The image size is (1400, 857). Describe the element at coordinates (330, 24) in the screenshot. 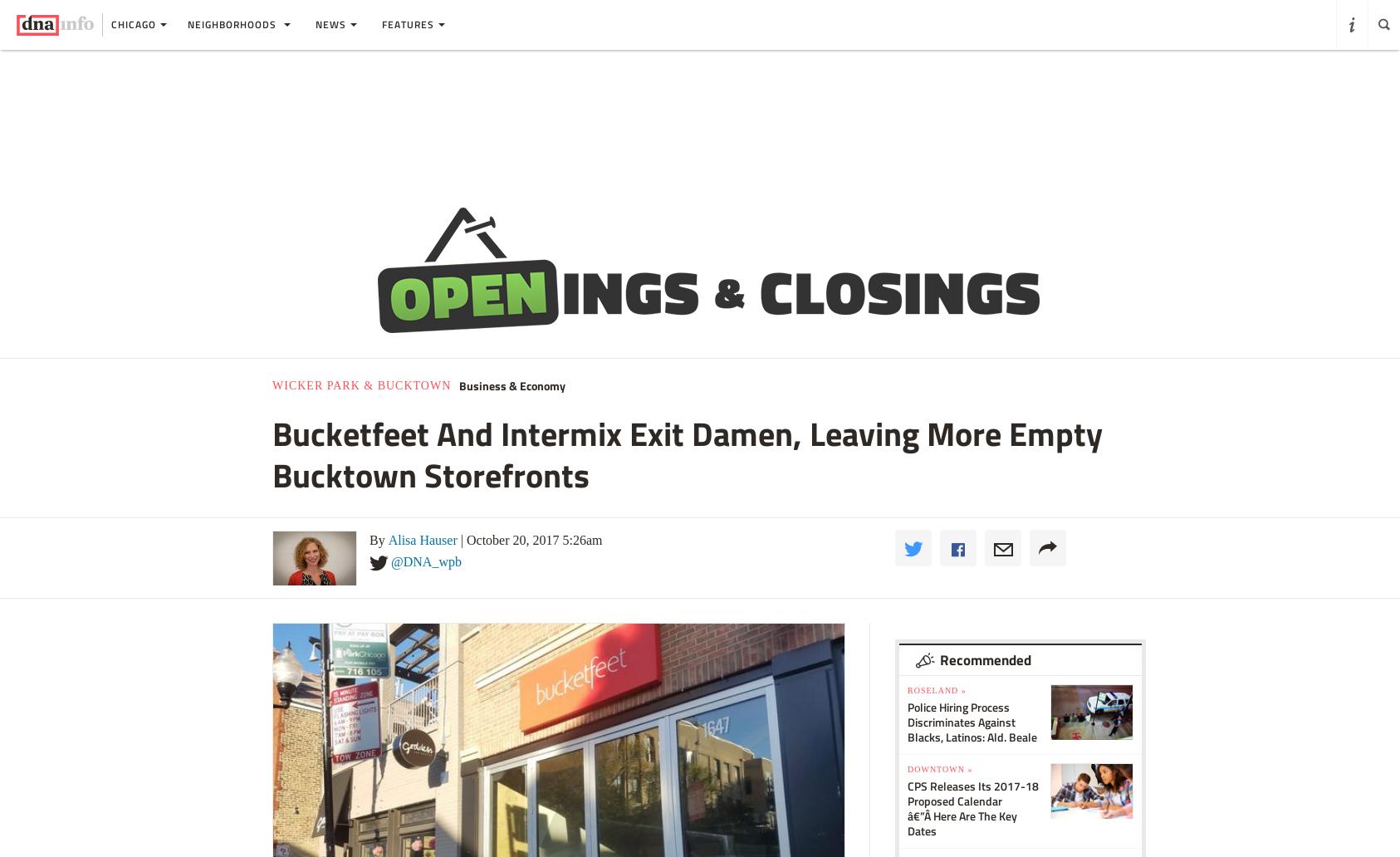

I see `'News'` at that location.